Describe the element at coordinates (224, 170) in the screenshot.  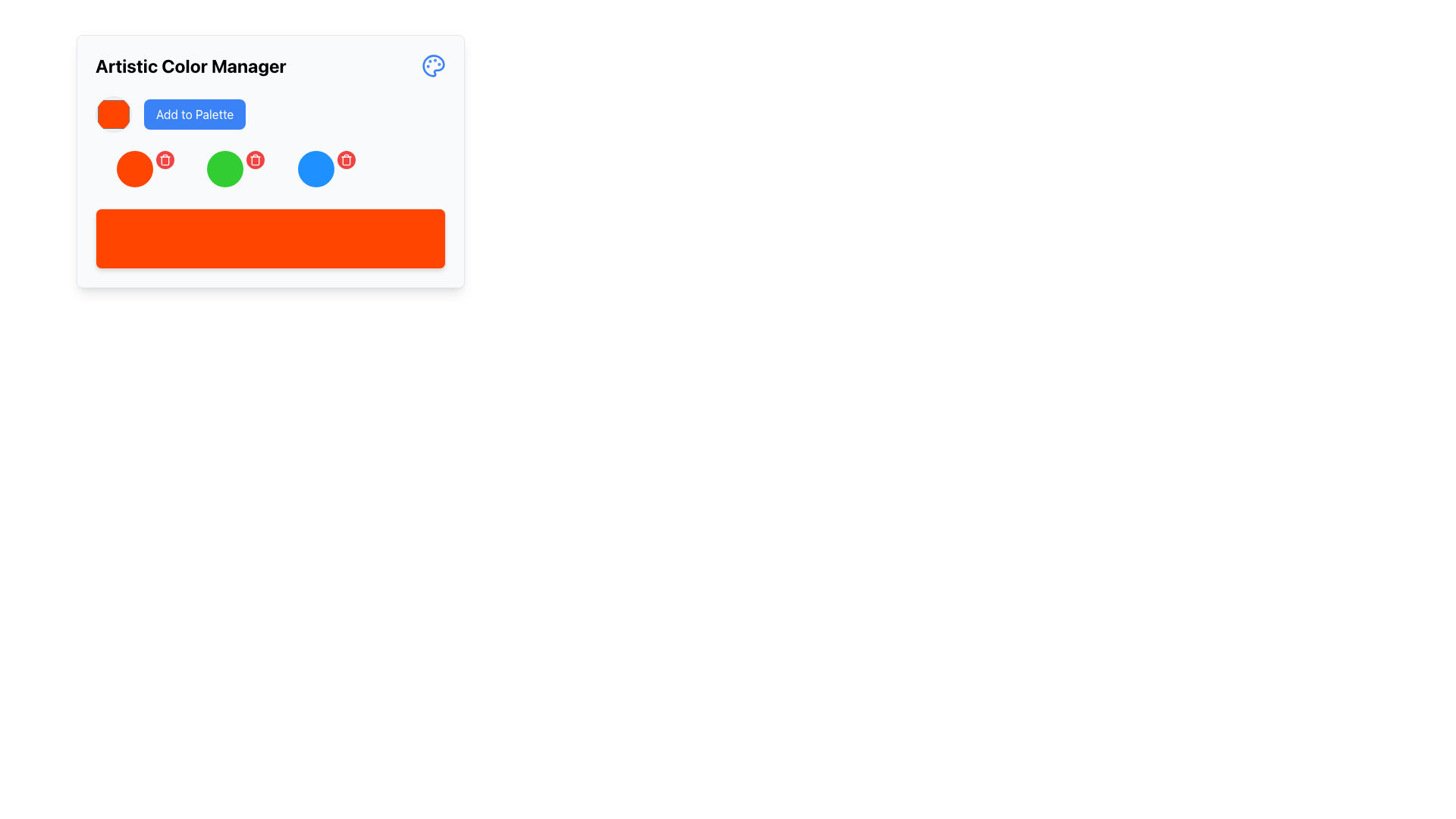
I see `the green circular button located between the orange and blue circles` at that location.